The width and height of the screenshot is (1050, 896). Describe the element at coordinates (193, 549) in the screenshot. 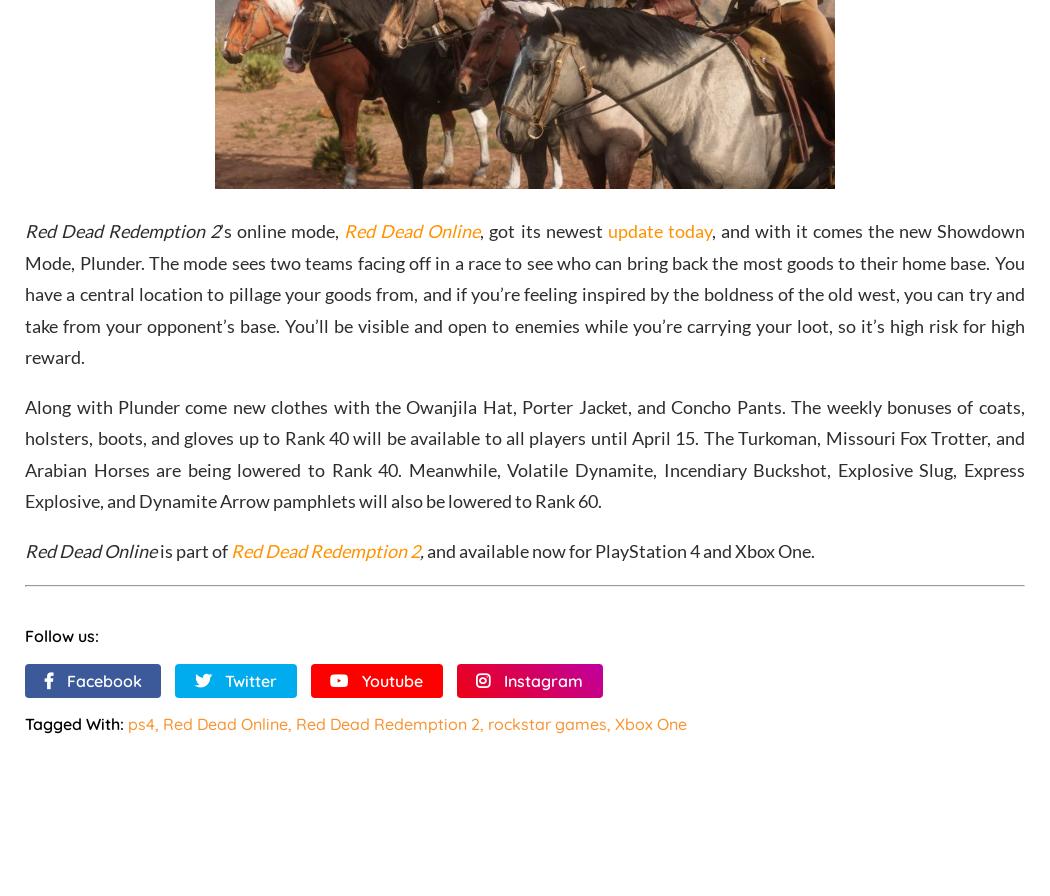

I see `'is part of'` at that location.